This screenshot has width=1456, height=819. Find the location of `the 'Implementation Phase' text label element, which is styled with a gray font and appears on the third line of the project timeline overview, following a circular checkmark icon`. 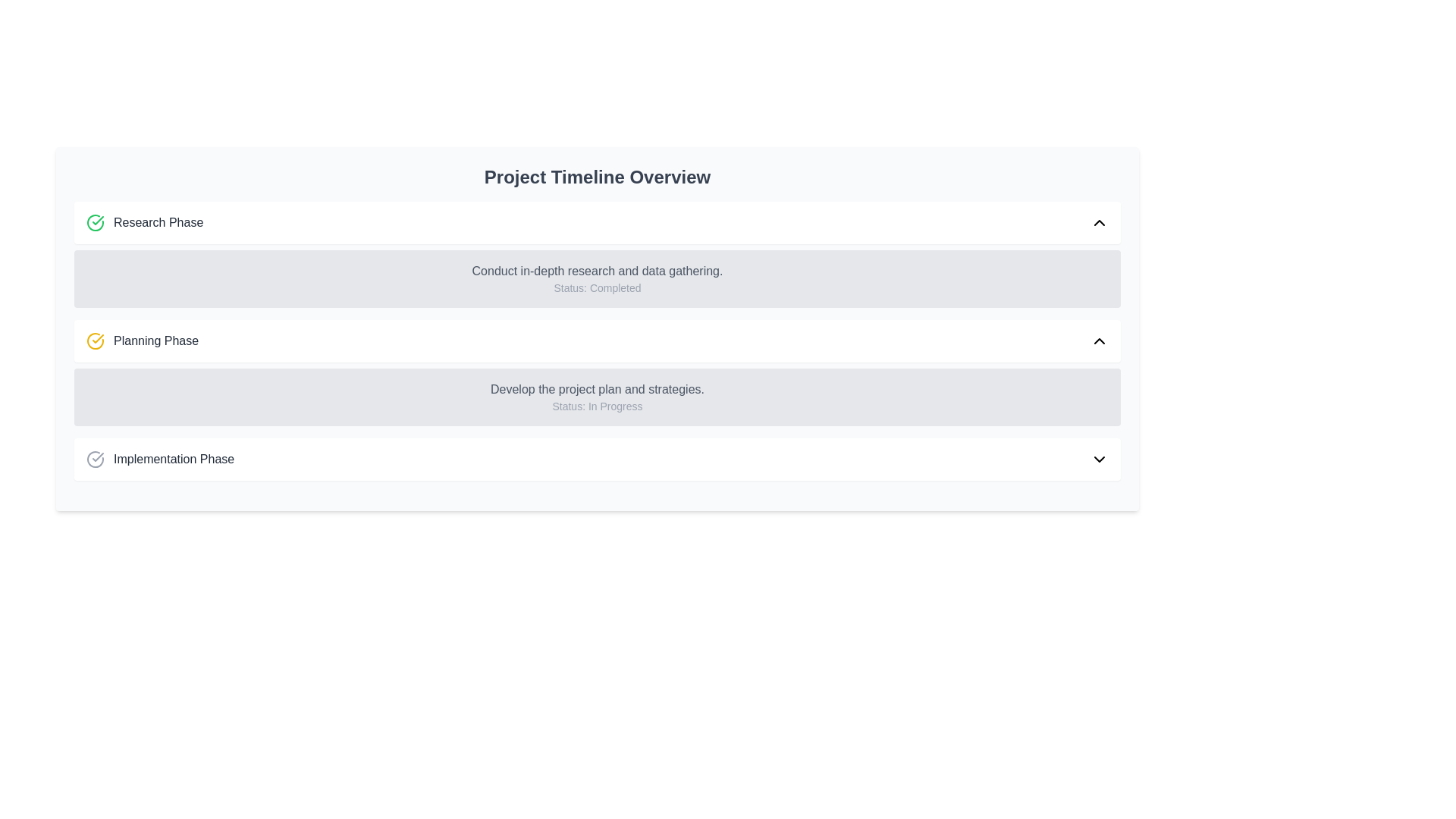

the 'Implementation Phase' text label element, which is styled with a gray font and appears on the third line of the project timeline overview, following a circular checkmark icon is located at coordinates (174, 458).